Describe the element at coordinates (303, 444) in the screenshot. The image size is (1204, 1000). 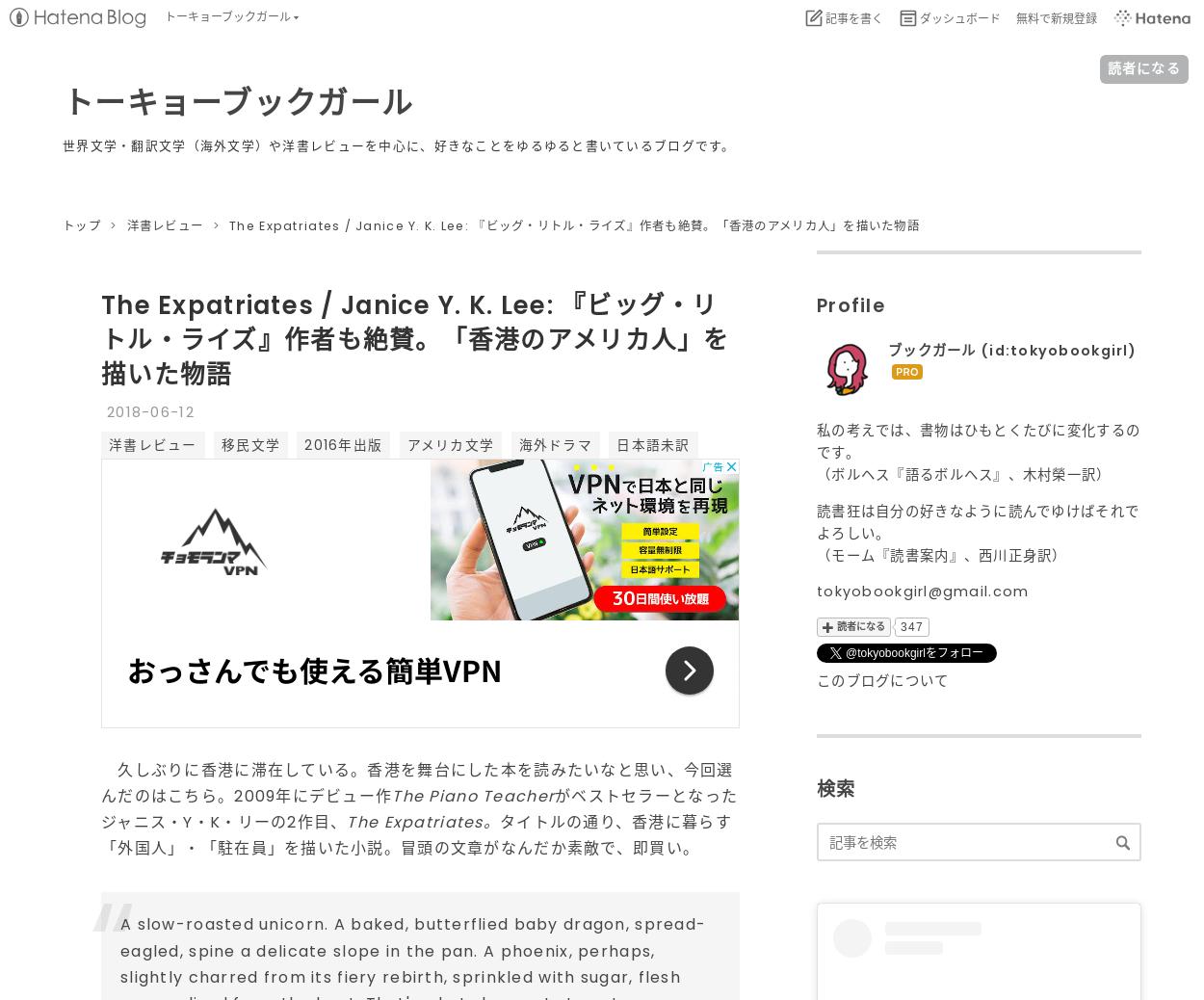
I see `'2016年出版'` at that location.